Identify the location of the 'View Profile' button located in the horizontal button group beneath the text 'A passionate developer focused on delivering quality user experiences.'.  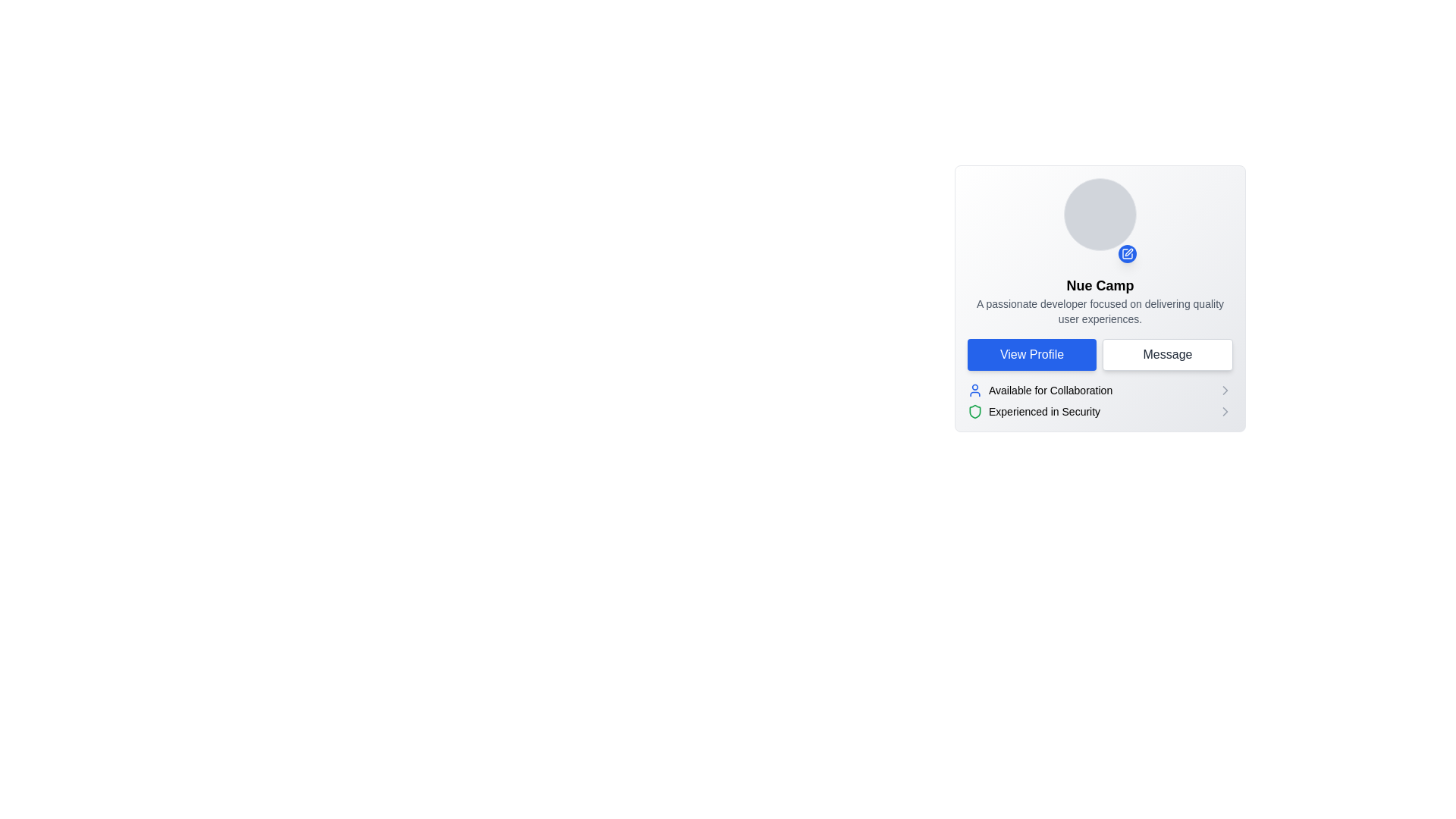
(1100, 354).